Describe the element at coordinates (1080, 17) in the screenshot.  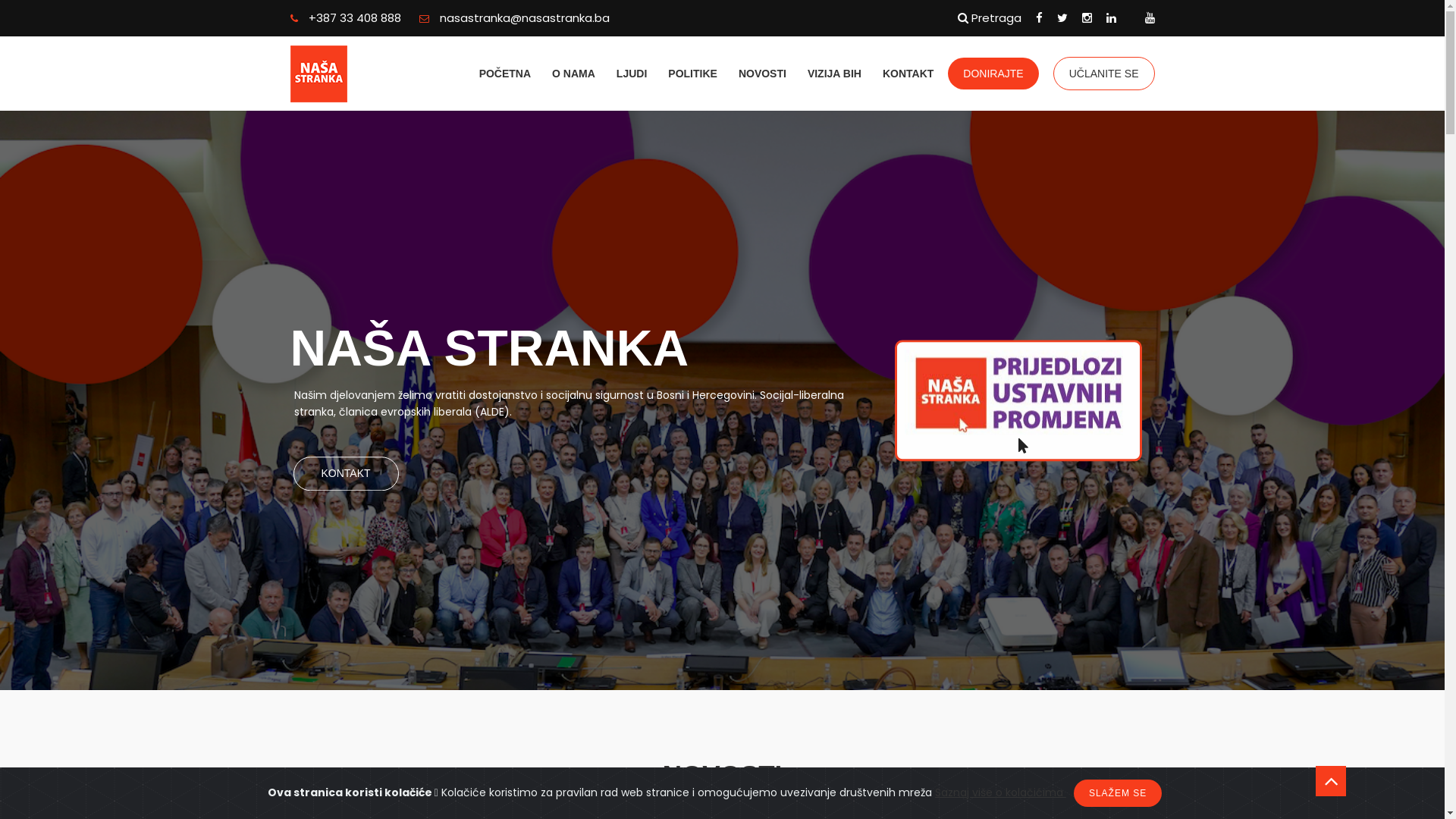
I see `'Instagram'` at that location.